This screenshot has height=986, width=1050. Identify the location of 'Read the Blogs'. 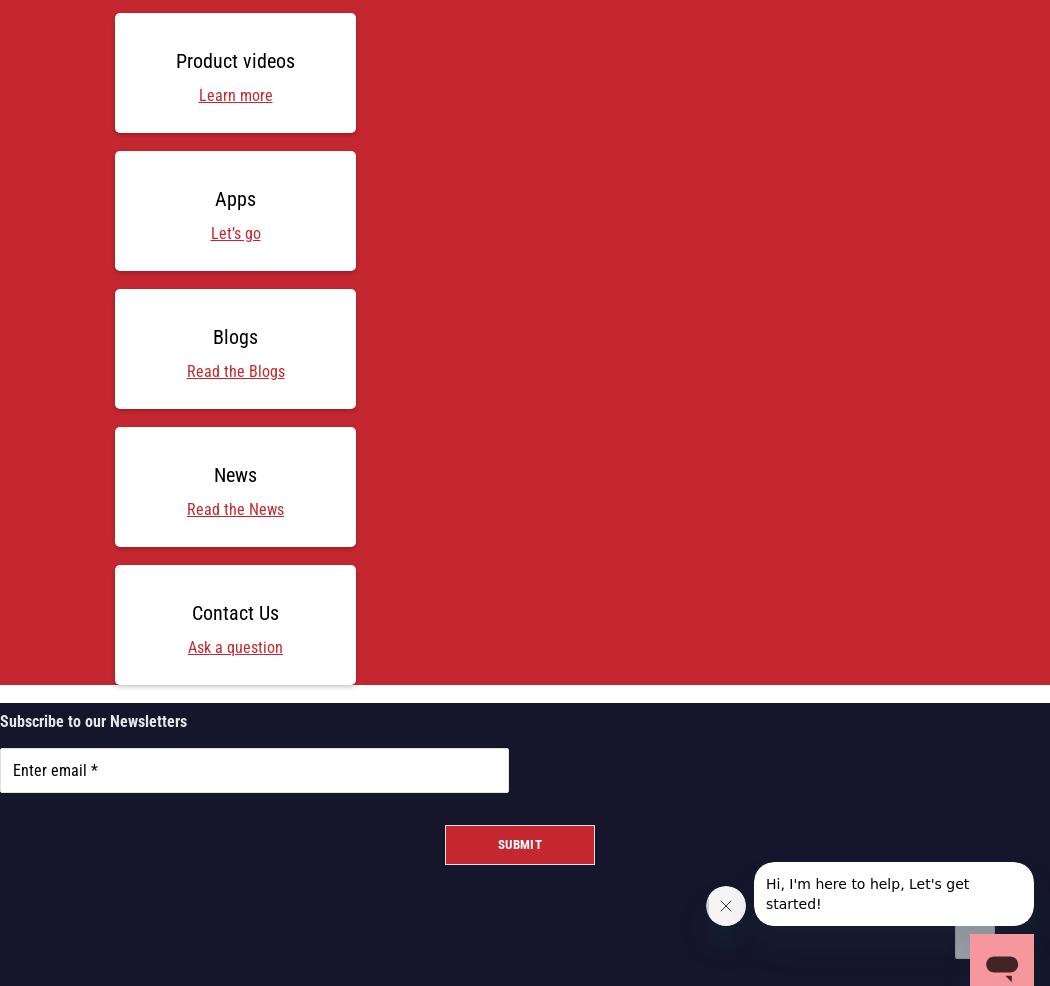
(185, 369).